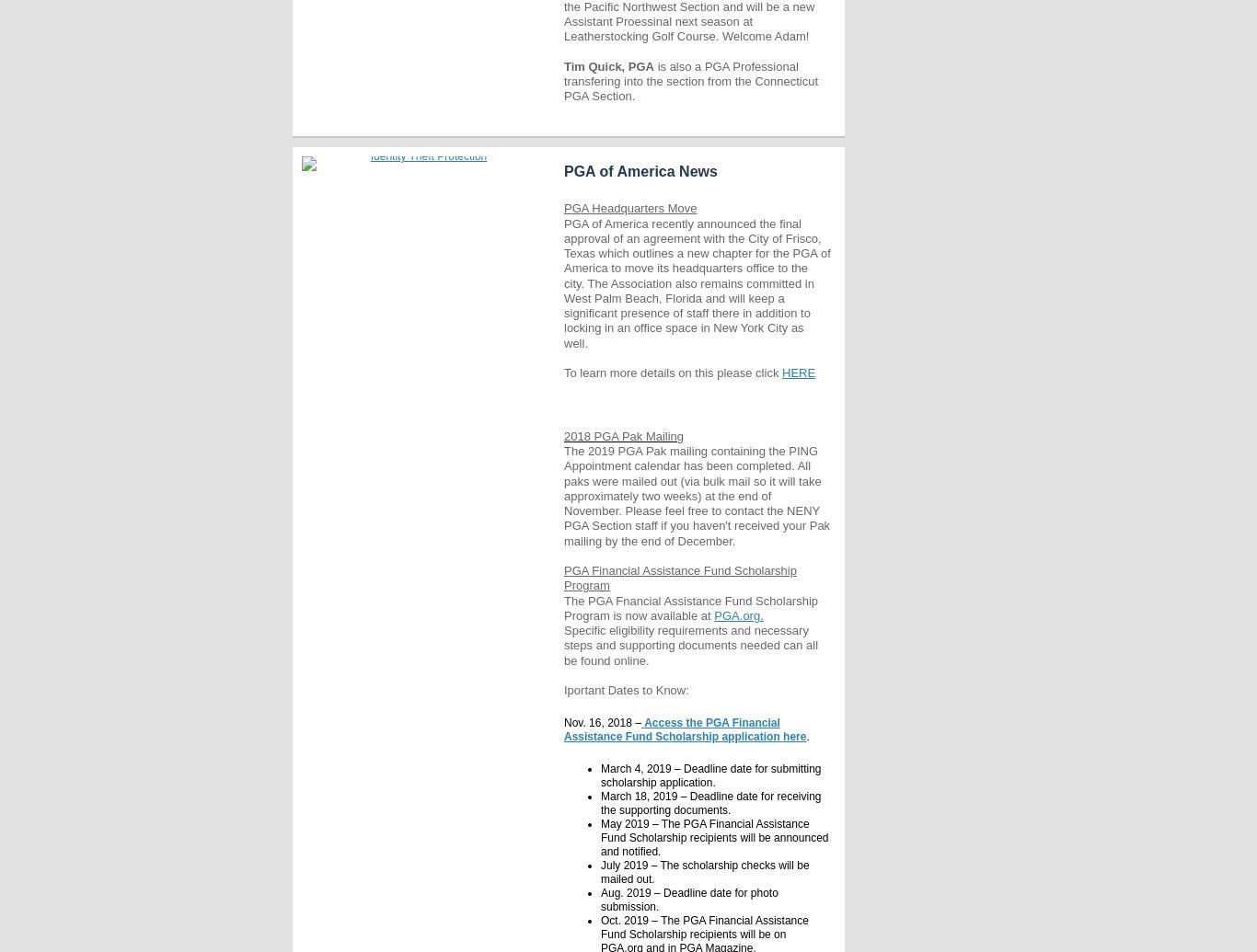  I want to click on 'Access the PGA Financial Assistance Fund Scholarship application here', so click(685, 728).